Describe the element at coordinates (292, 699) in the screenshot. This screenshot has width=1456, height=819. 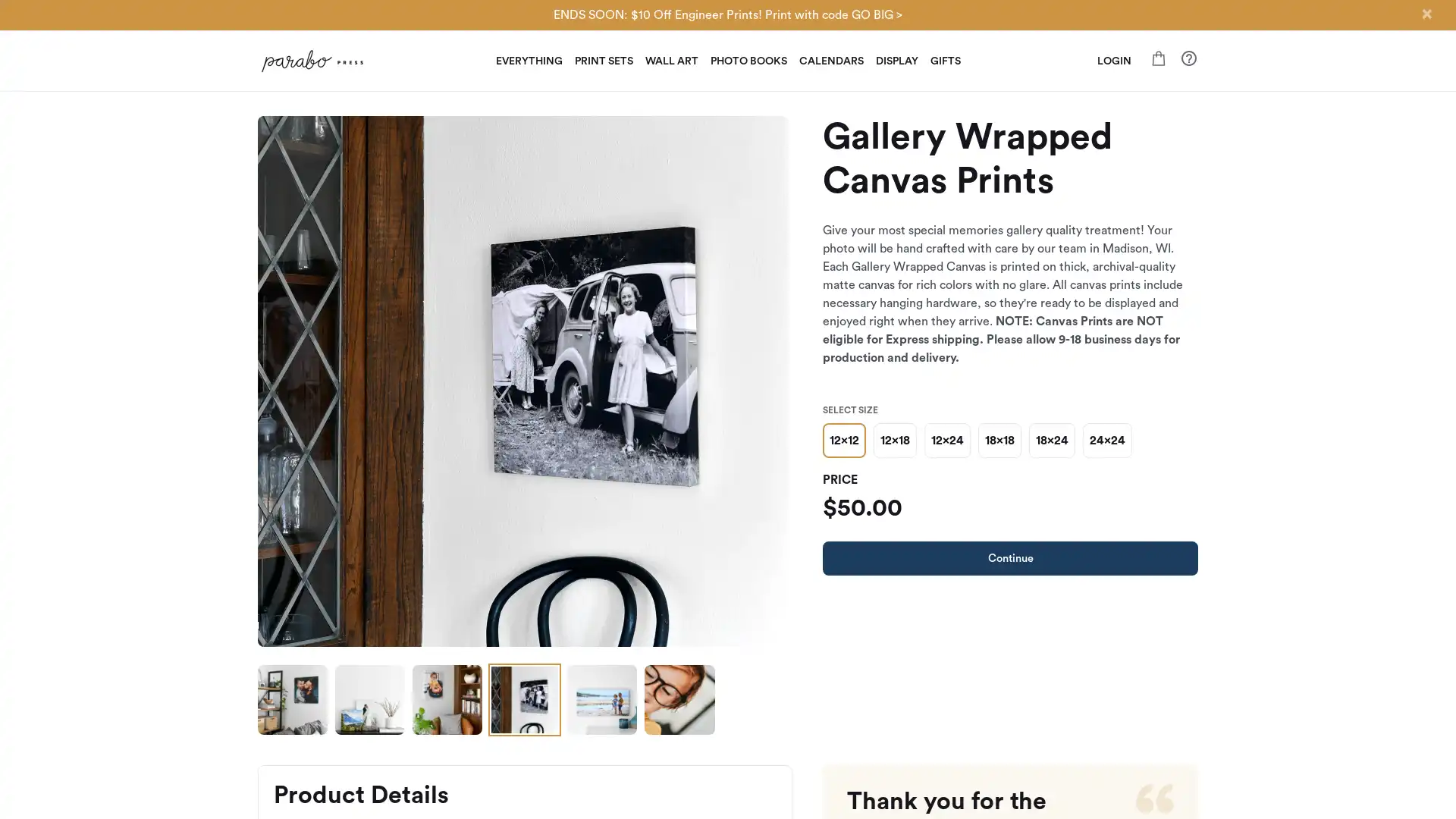
I see `slide dot` at that location.